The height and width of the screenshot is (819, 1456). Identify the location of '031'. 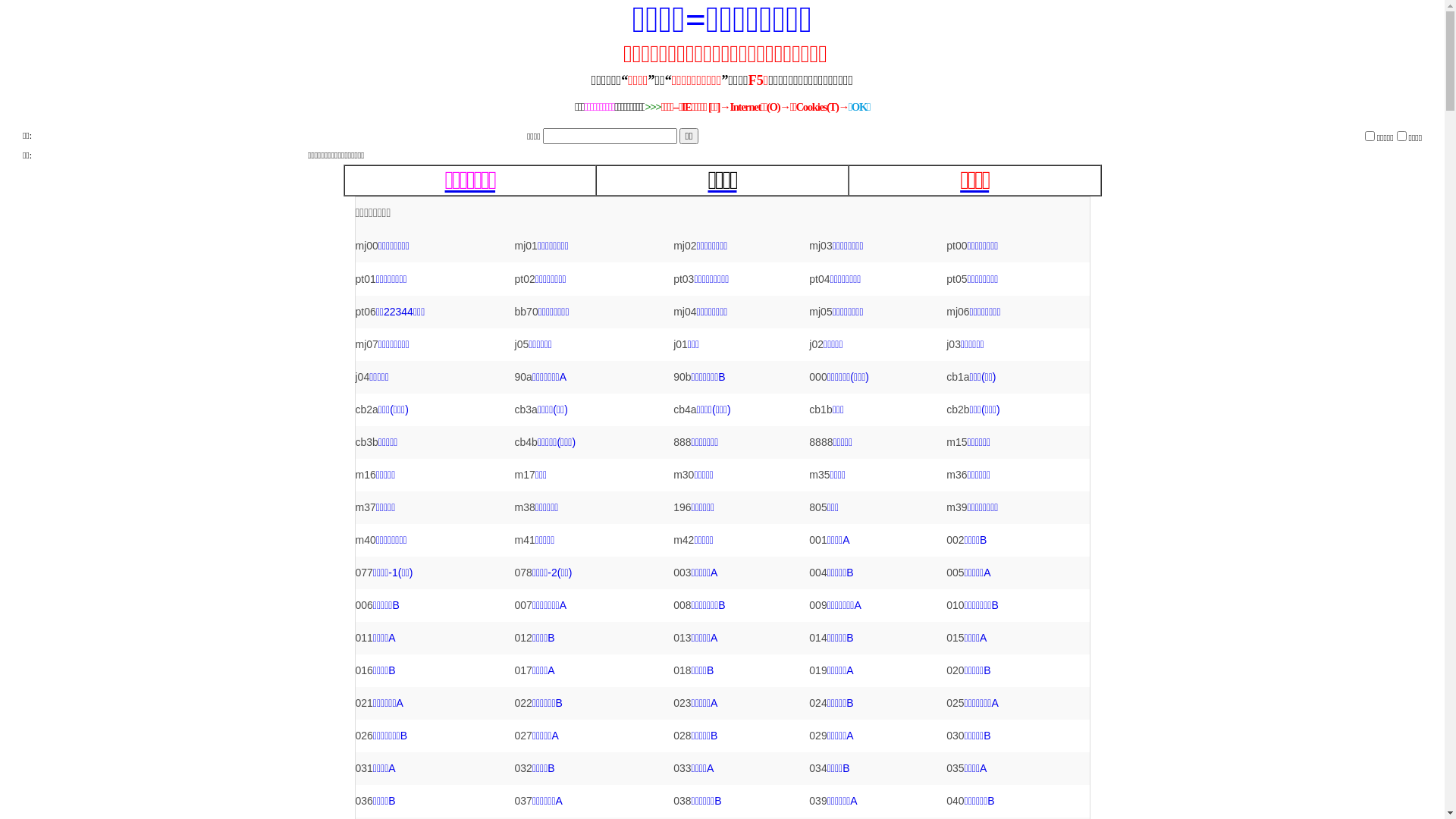
(362, 768).